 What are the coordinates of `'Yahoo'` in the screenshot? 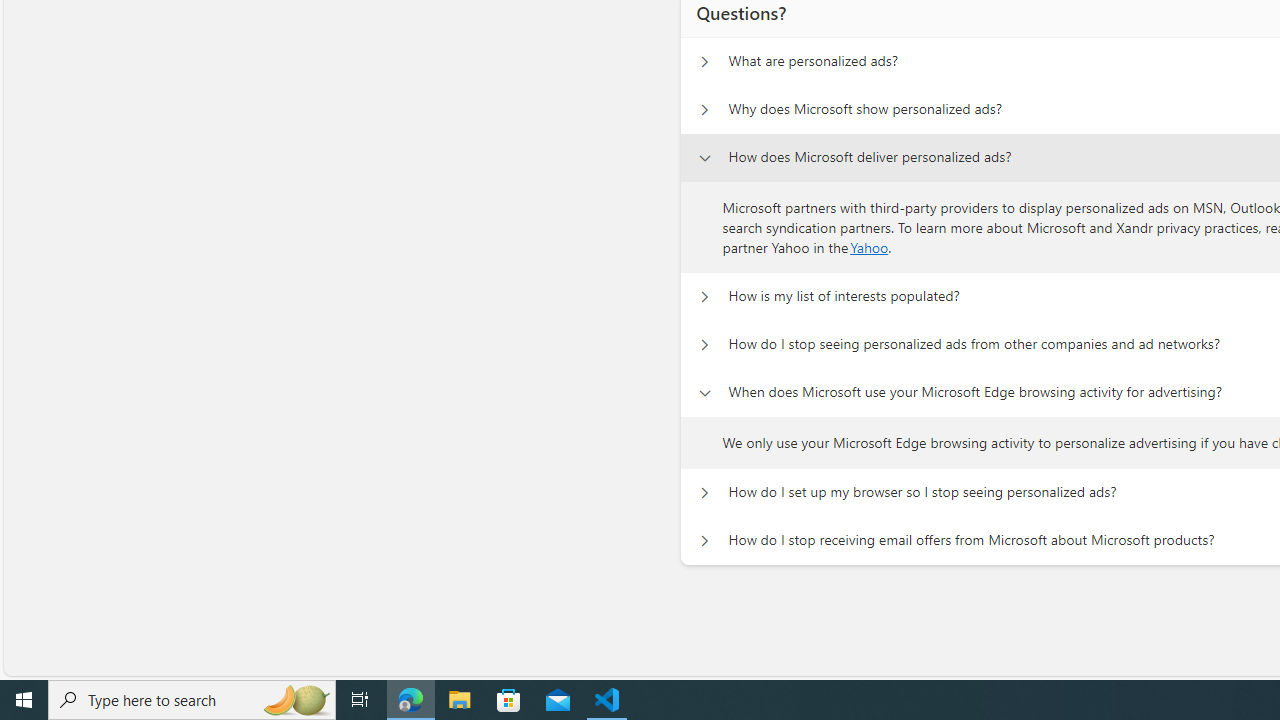 It's located at (869, 245).